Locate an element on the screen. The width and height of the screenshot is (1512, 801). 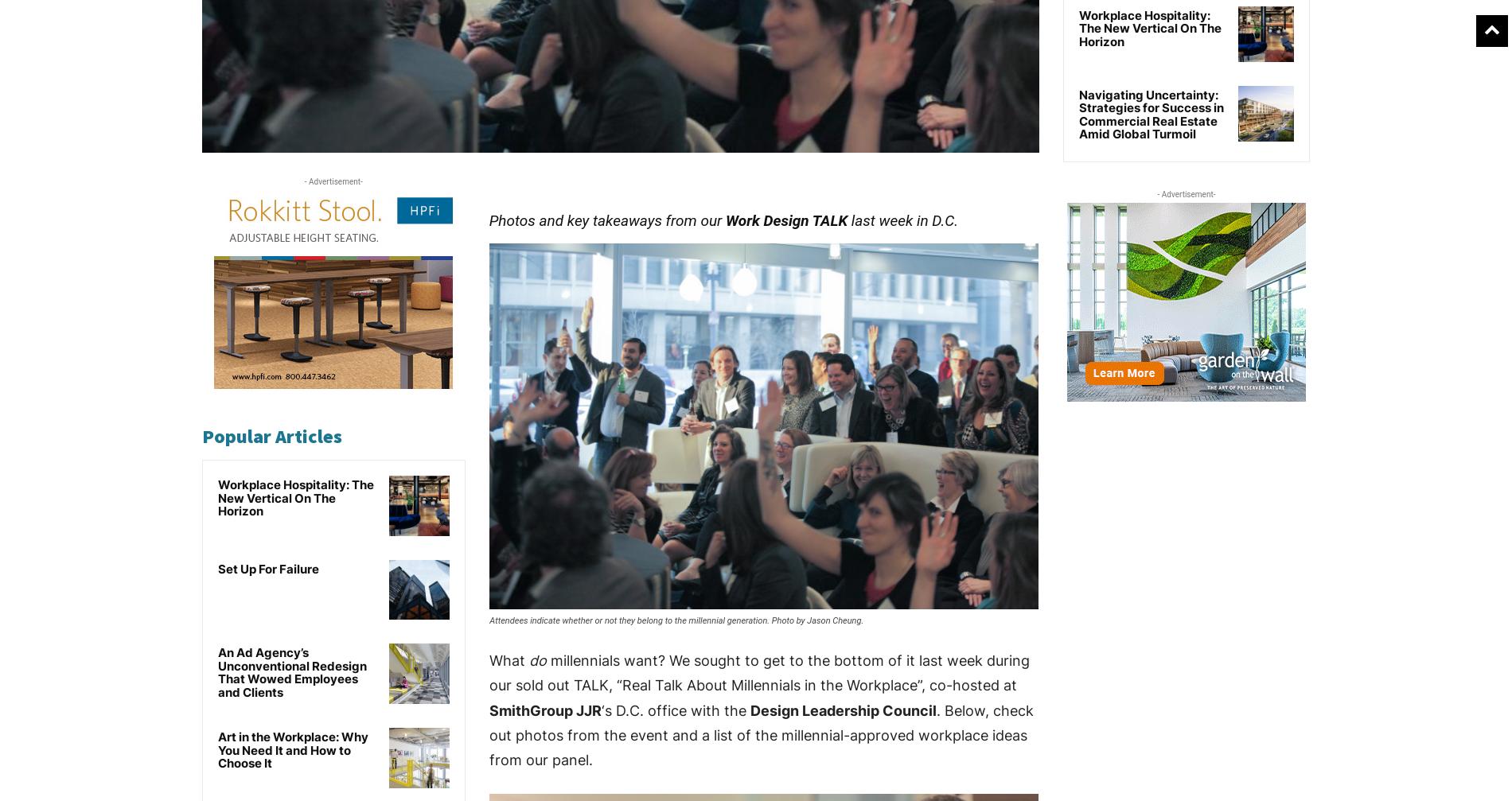
'SmithGroup JJR' is located at coordinates (489, 709).